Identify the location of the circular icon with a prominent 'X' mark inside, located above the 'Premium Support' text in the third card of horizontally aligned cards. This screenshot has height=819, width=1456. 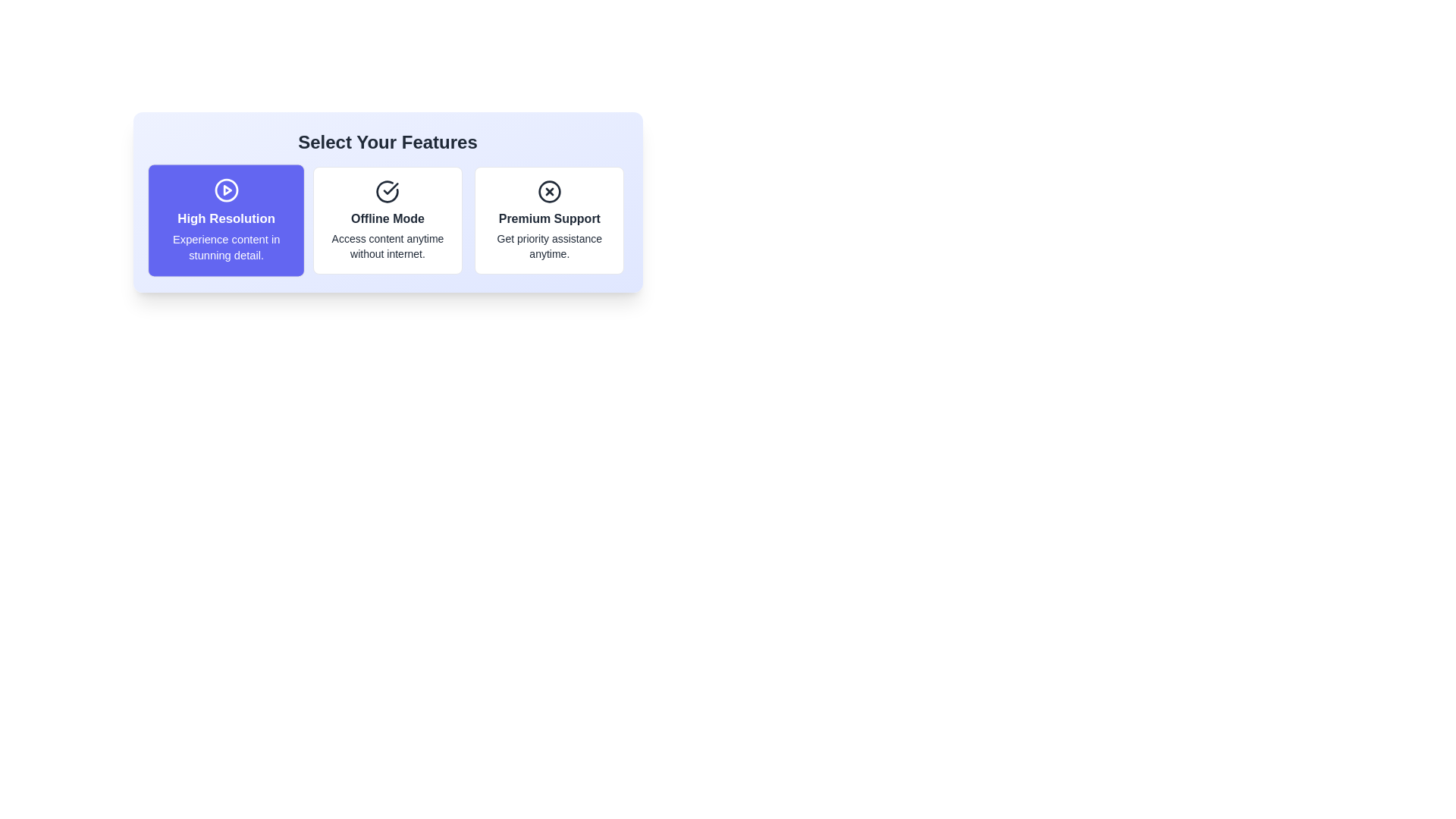
(548, 191).